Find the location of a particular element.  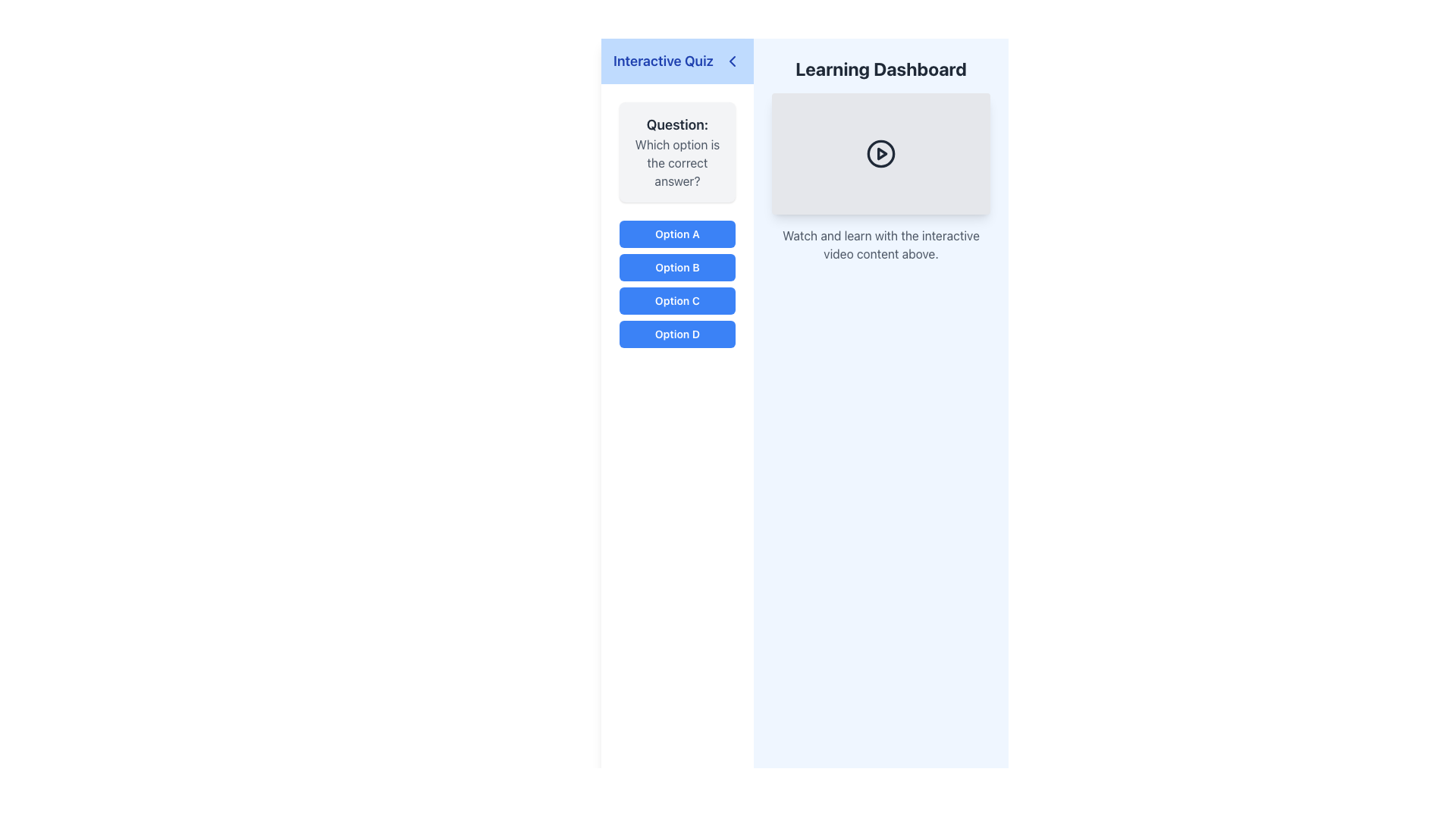

text from the Text Label that serves as a heading for the content below, located above the video placeholder section in the right portion of the interface is located at coordinates (880, 69).